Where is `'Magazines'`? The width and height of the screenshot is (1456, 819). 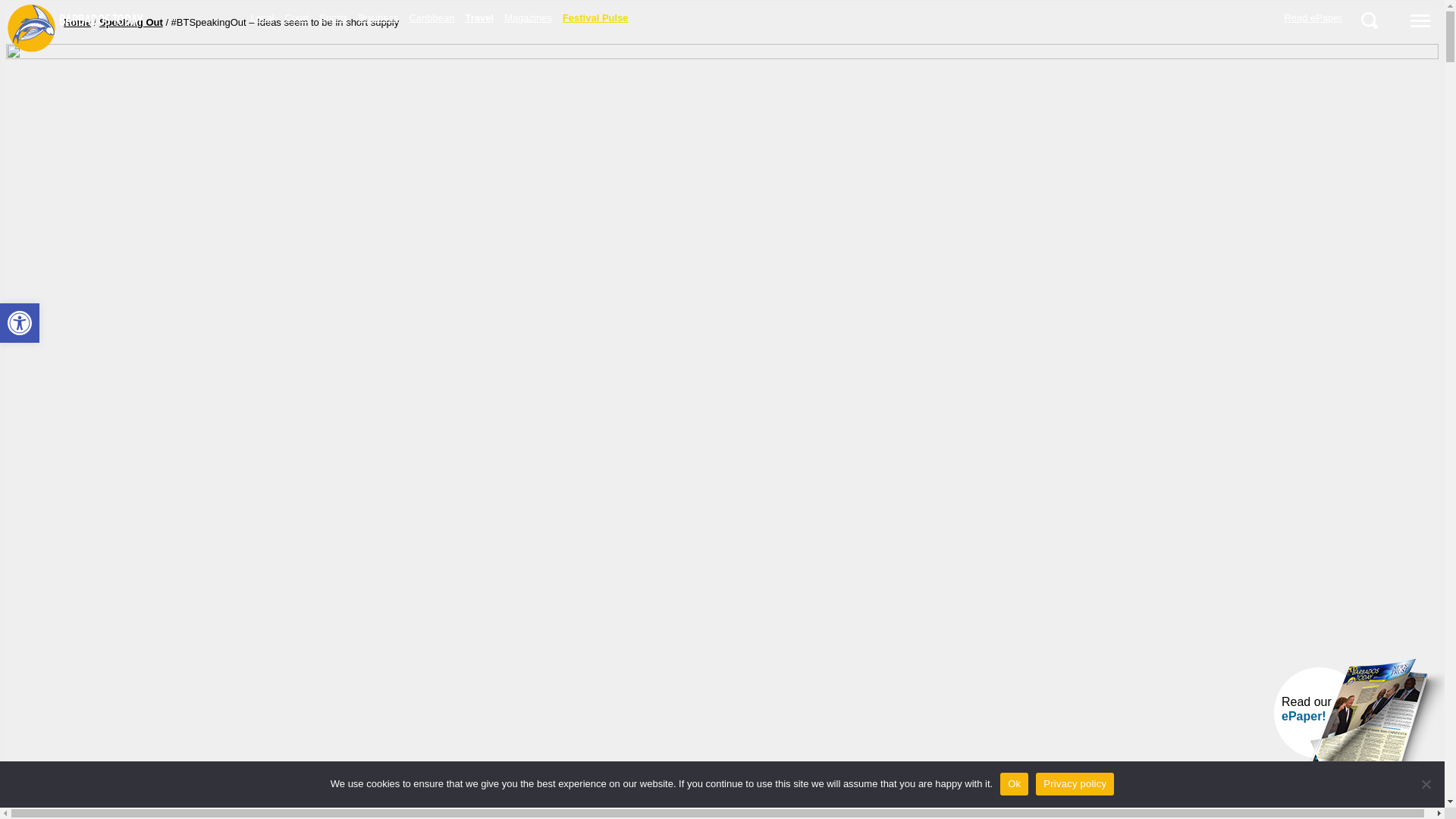 'Magazines' is located at coordinates (528, 17).